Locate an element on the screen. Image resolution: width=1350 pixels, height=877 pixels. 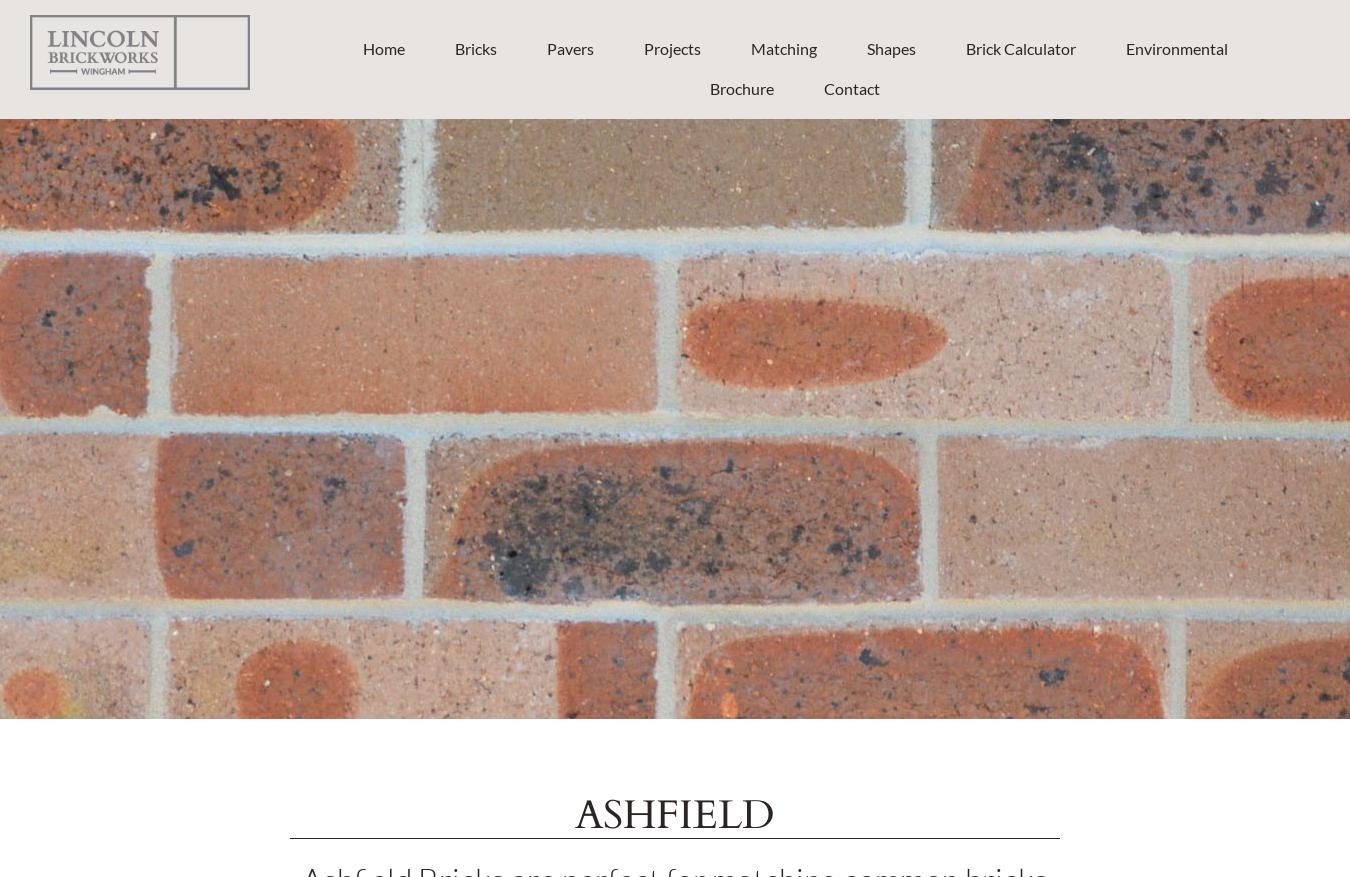
'Shapes' is located at coordinates (890, 47).